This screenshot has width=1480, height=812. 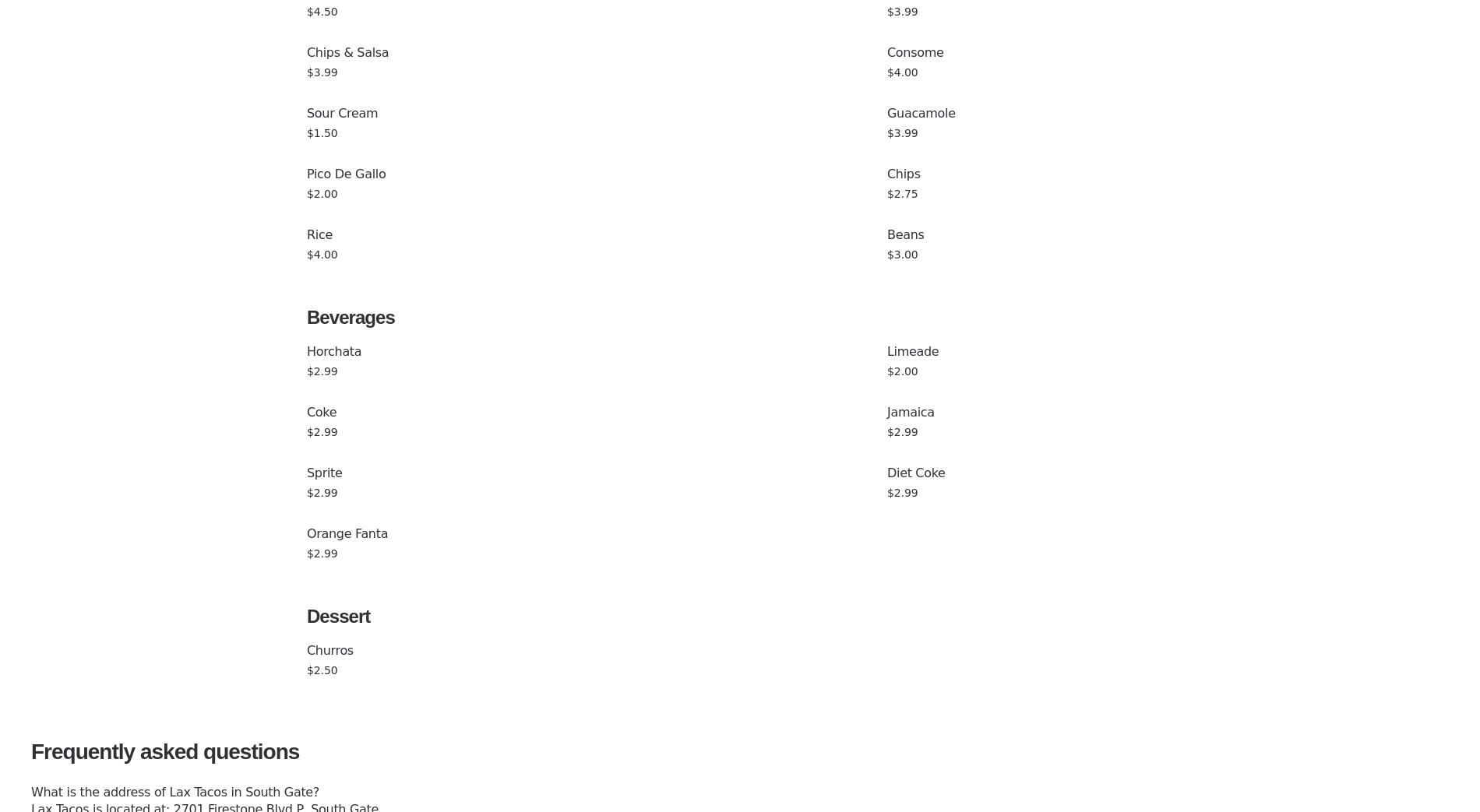 What do you see at coordinates (887, 412) in the screenshot?
I see `'Jamaica'` at bounding box center [887, 412].